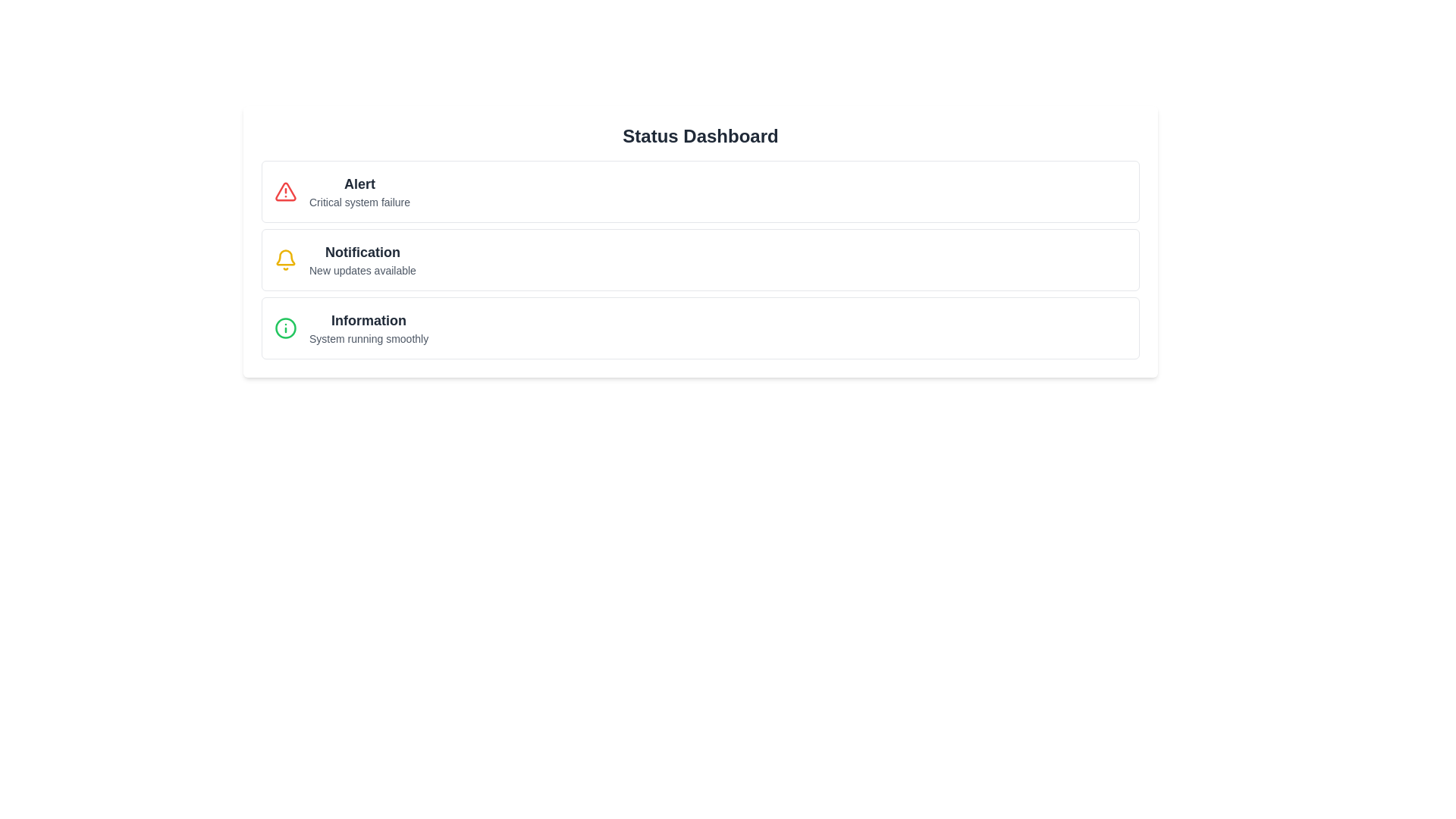  What do you see at coordinates (700, 136) in the screenshot?
I see `the Text Label that serves as a title or header for the panel, positioned at the top of a white panel above three stacked notifications` at bounding box center [700, 136].